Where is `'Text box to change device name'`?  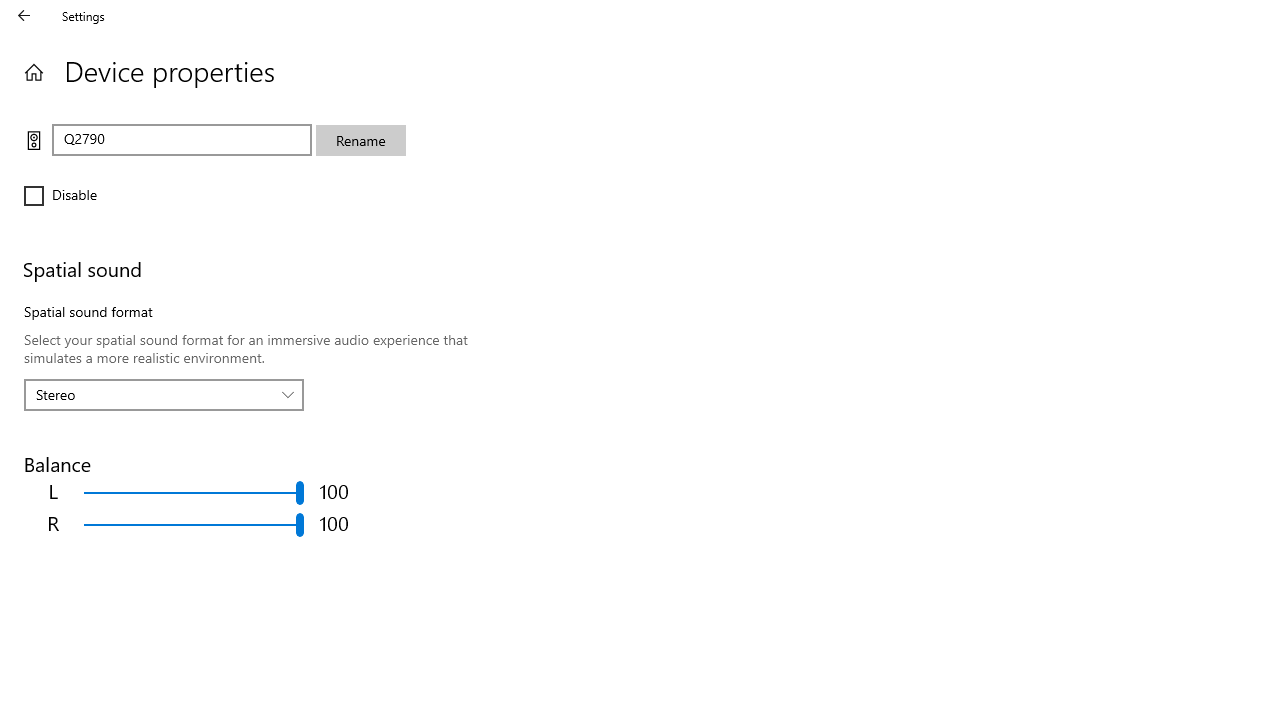
'Text box to change device name' is located at coordinates (182, 139).